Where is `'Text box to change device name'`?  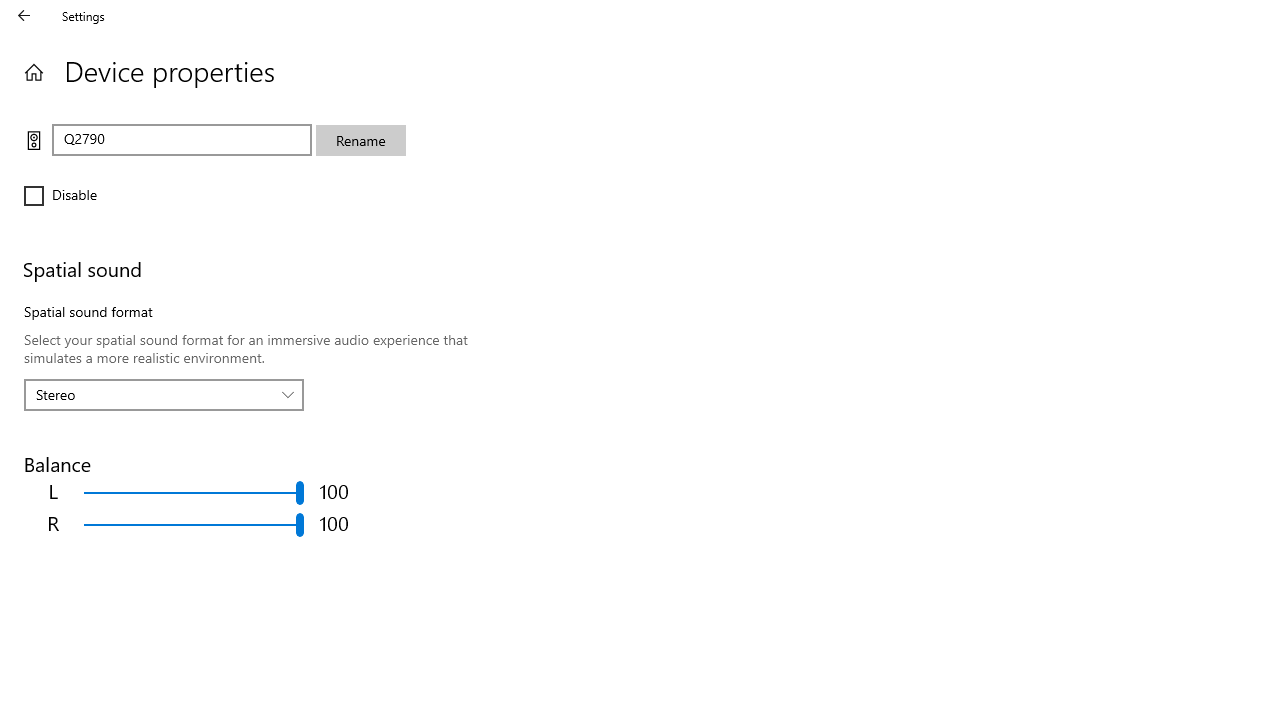
'Text box to change device name' is located at coordinates (182, 139).